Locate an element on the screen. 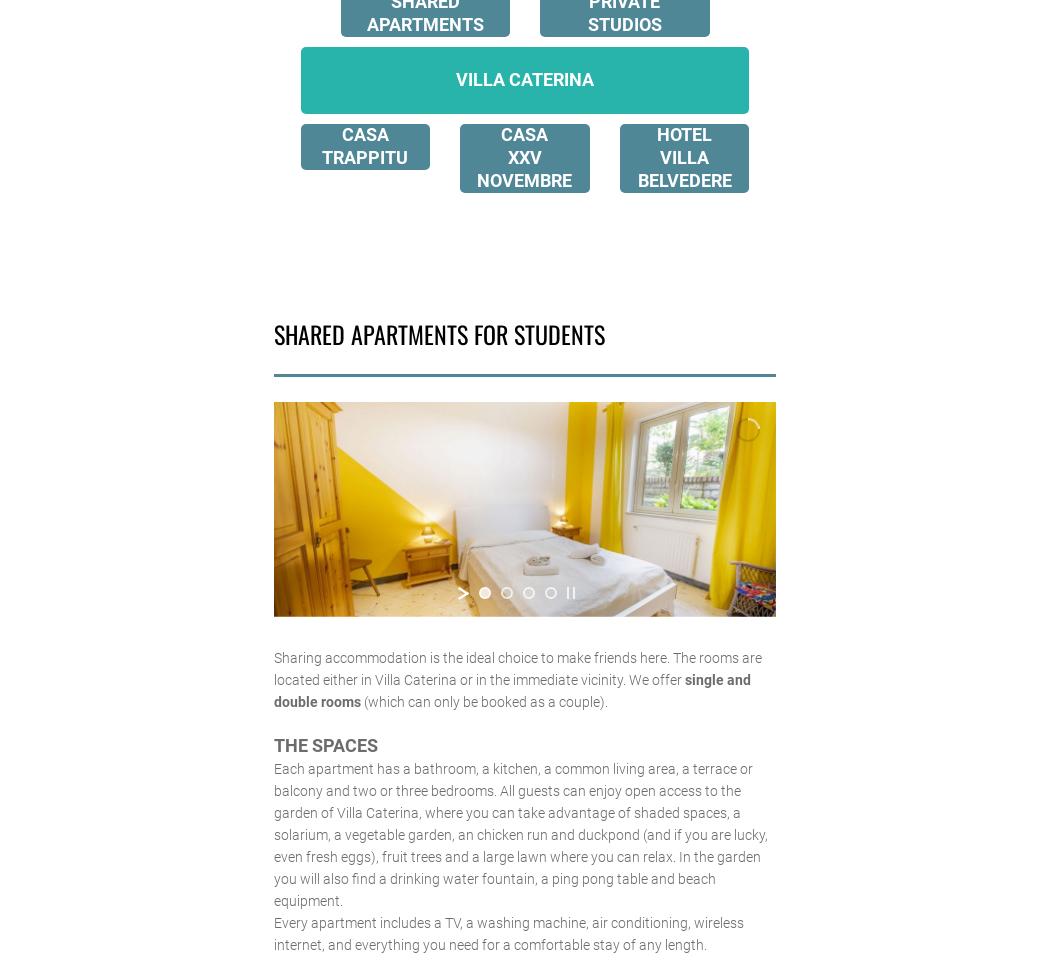 This screenshot has height=971, width=1050. 'THE SPACES' is located at coordinates (324, 743).